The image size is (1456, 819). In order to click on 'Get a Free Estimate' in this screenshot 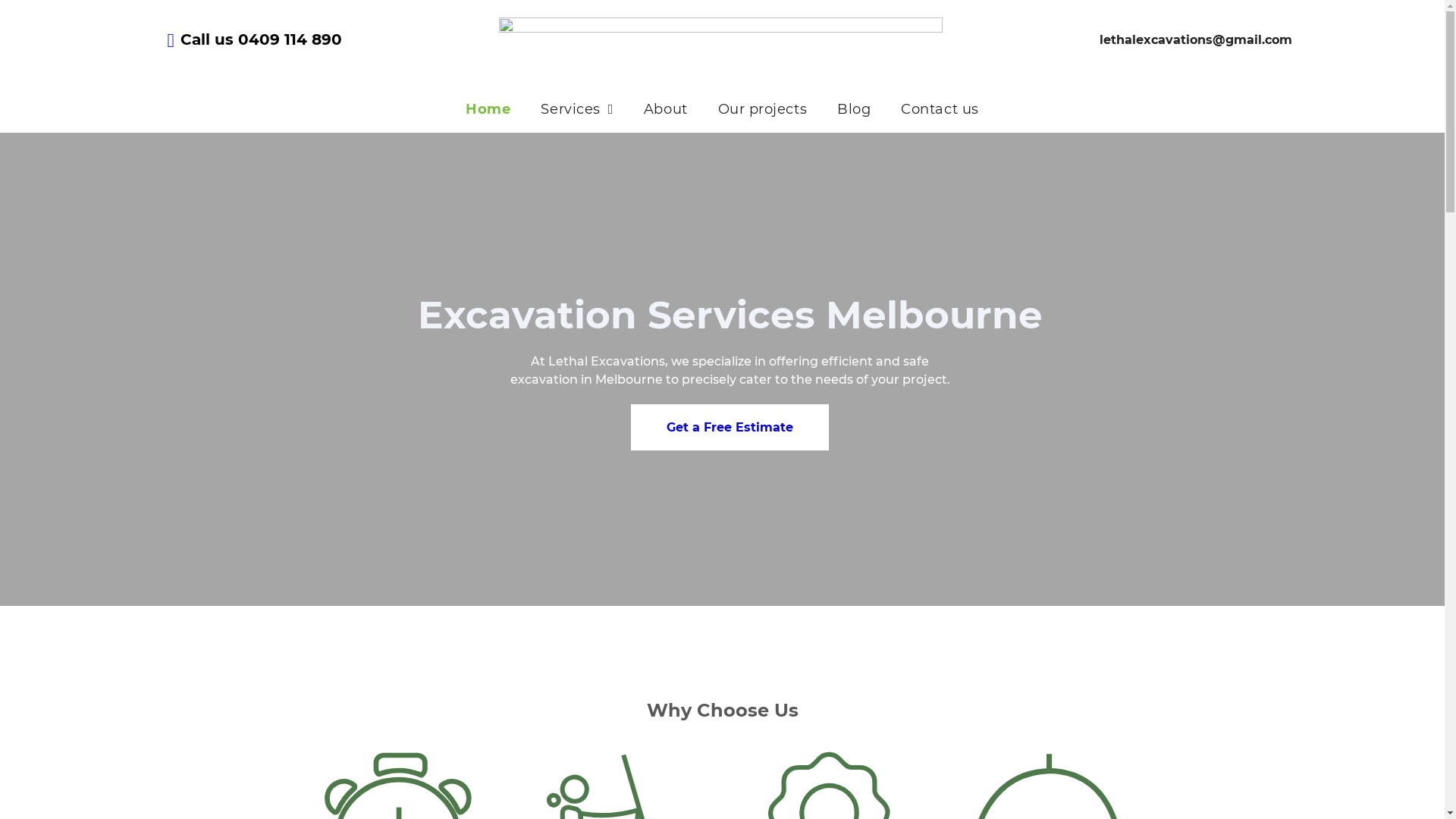, I will do `click(630, 427)`.